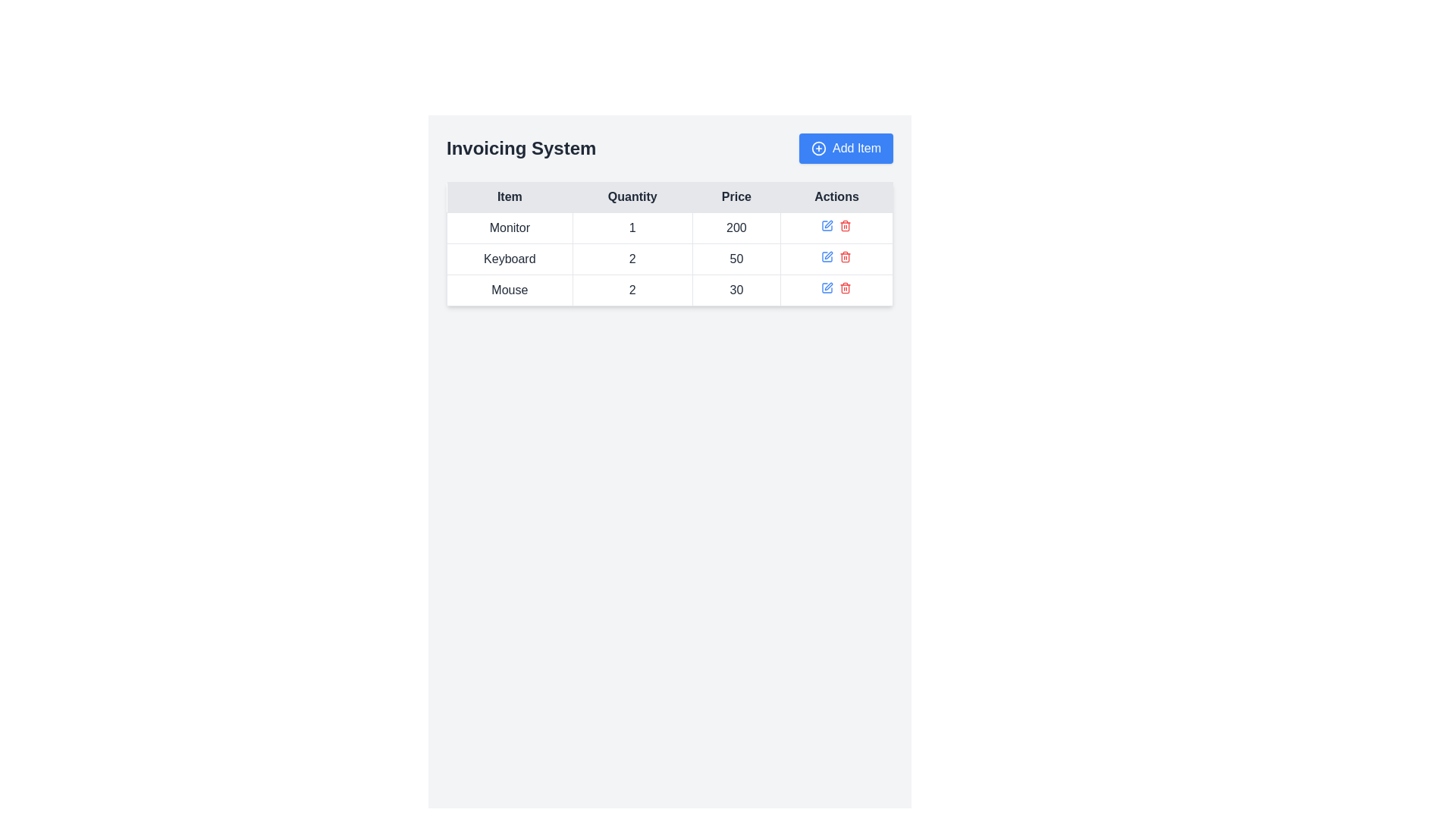 The width and height of the screenshot is (1456, 819). Describe the element at coordinates (510, 196) in the screenshot. I see `static text label 'Item' located in the top row of the table, which is the first column header with a light gray background and bold, dark-colored text` at that location.